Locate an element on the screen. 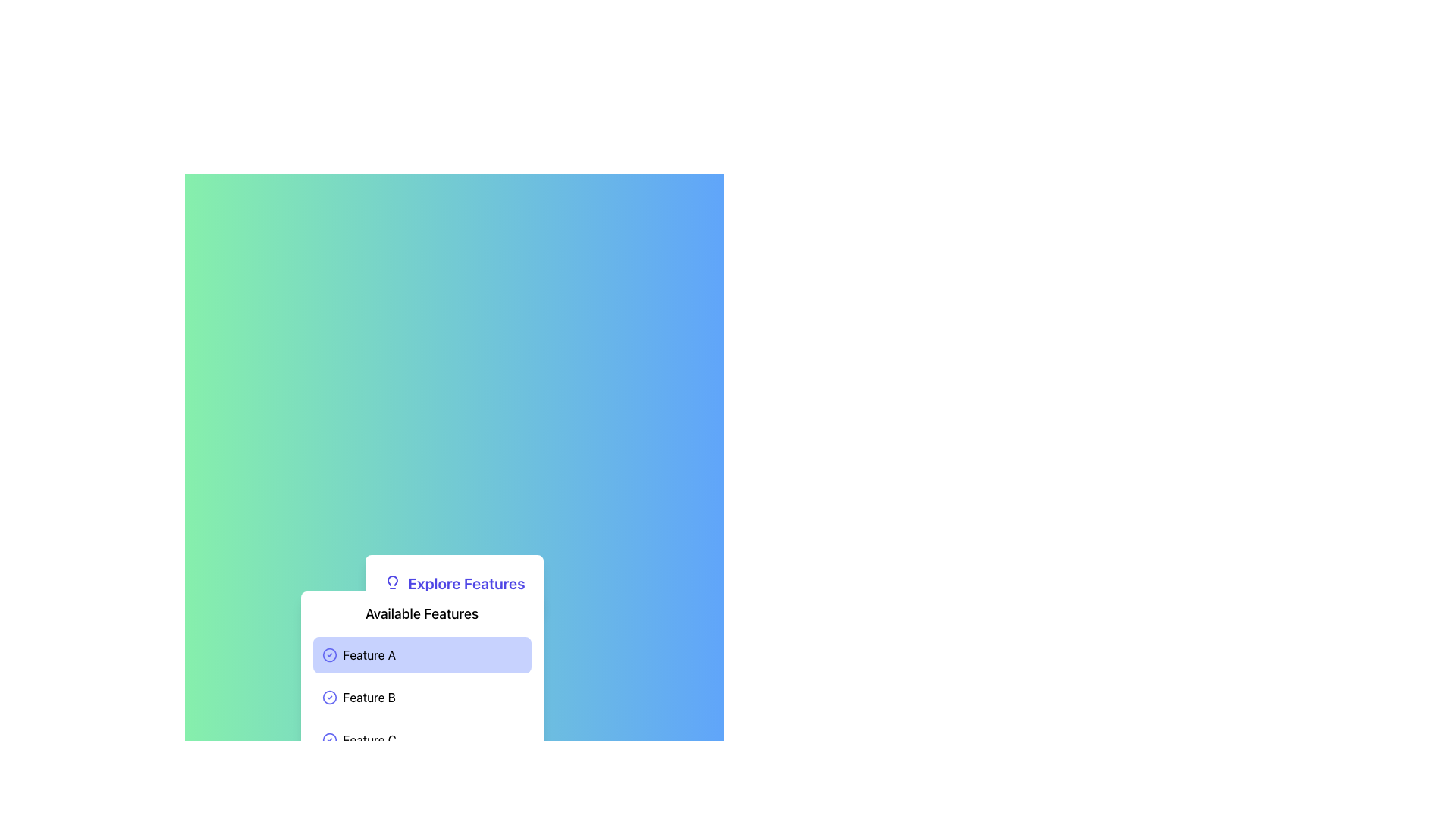 Image resolution: width=1456 pixels, height=819 pixels. the interactive link or button located at the top of the 'Available Features' section, which is centrally aligned and the first element in this group is located at coordinates (453, 583).